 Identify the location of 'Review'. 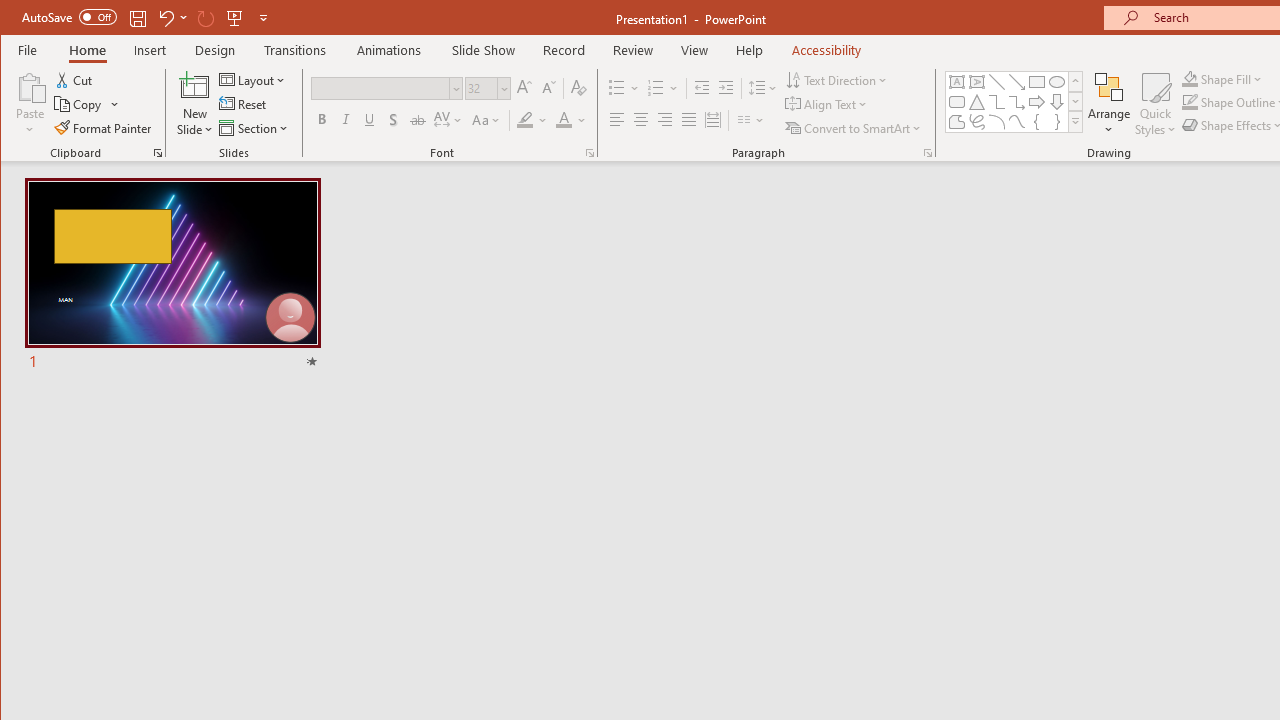
(631, 49).